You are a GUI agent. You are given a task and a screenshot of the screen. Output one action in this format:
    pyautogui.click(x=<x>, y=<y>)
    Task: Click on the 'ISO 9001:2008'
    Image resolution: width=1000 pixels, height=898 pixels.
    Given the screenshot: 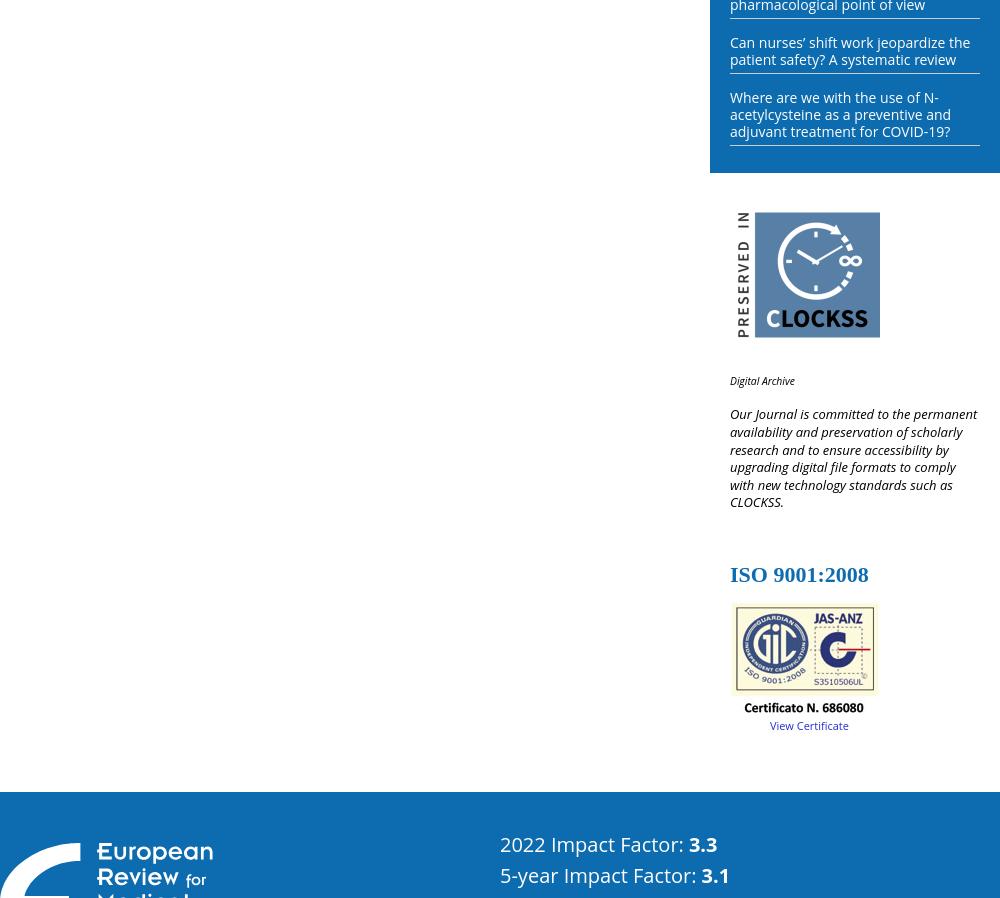 What is the action you would take?
    pyautogui.click(x=799, y=572)
    